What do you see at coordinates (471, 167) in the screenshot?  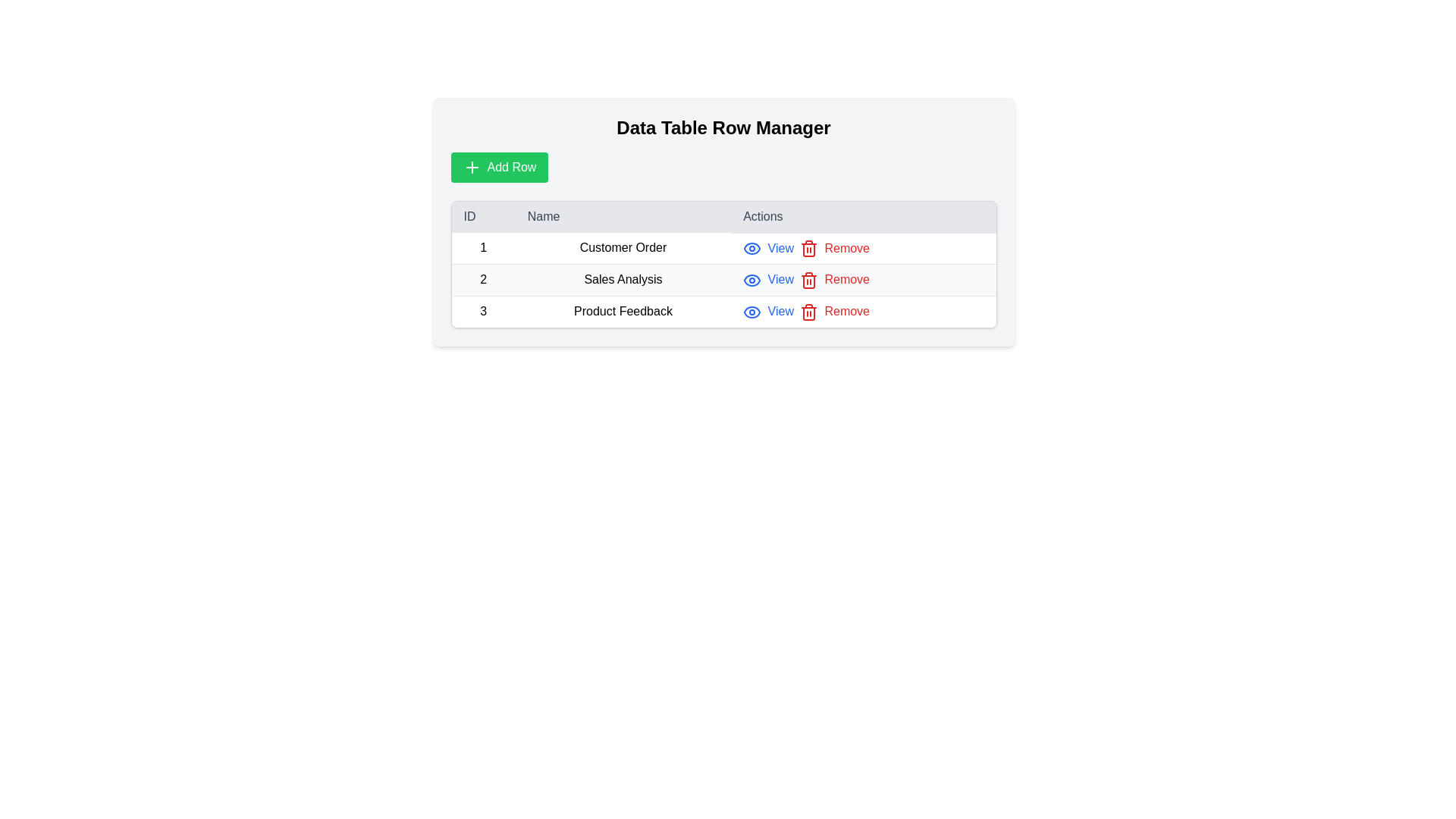 I see `the 'Add Row' icon located to the left of the 'Add Row' text on the green rectangular button to interact with it` at bounding box center [471, 167].